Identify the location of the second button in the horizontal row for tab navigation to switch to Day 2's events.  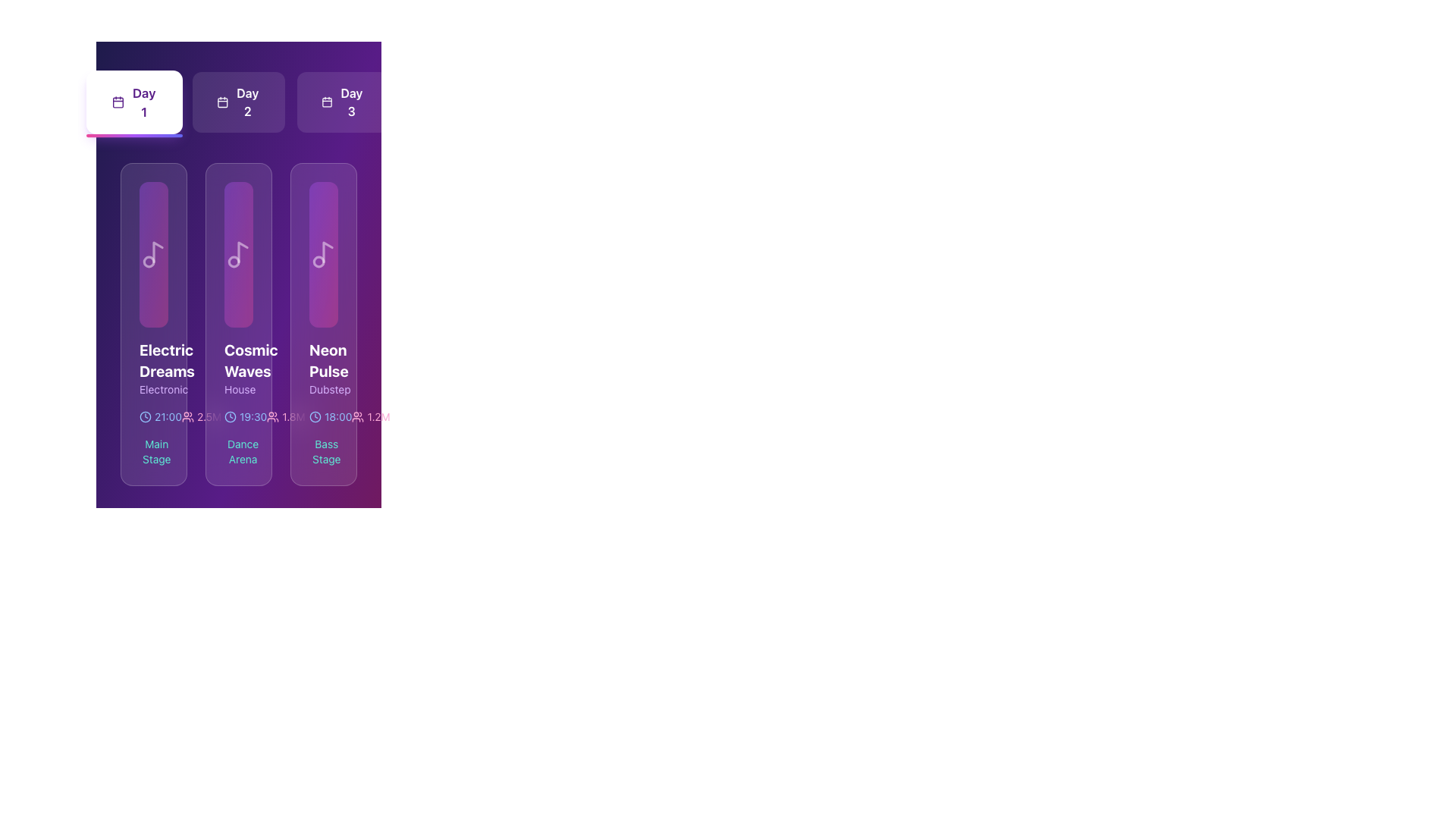
(238, 102).